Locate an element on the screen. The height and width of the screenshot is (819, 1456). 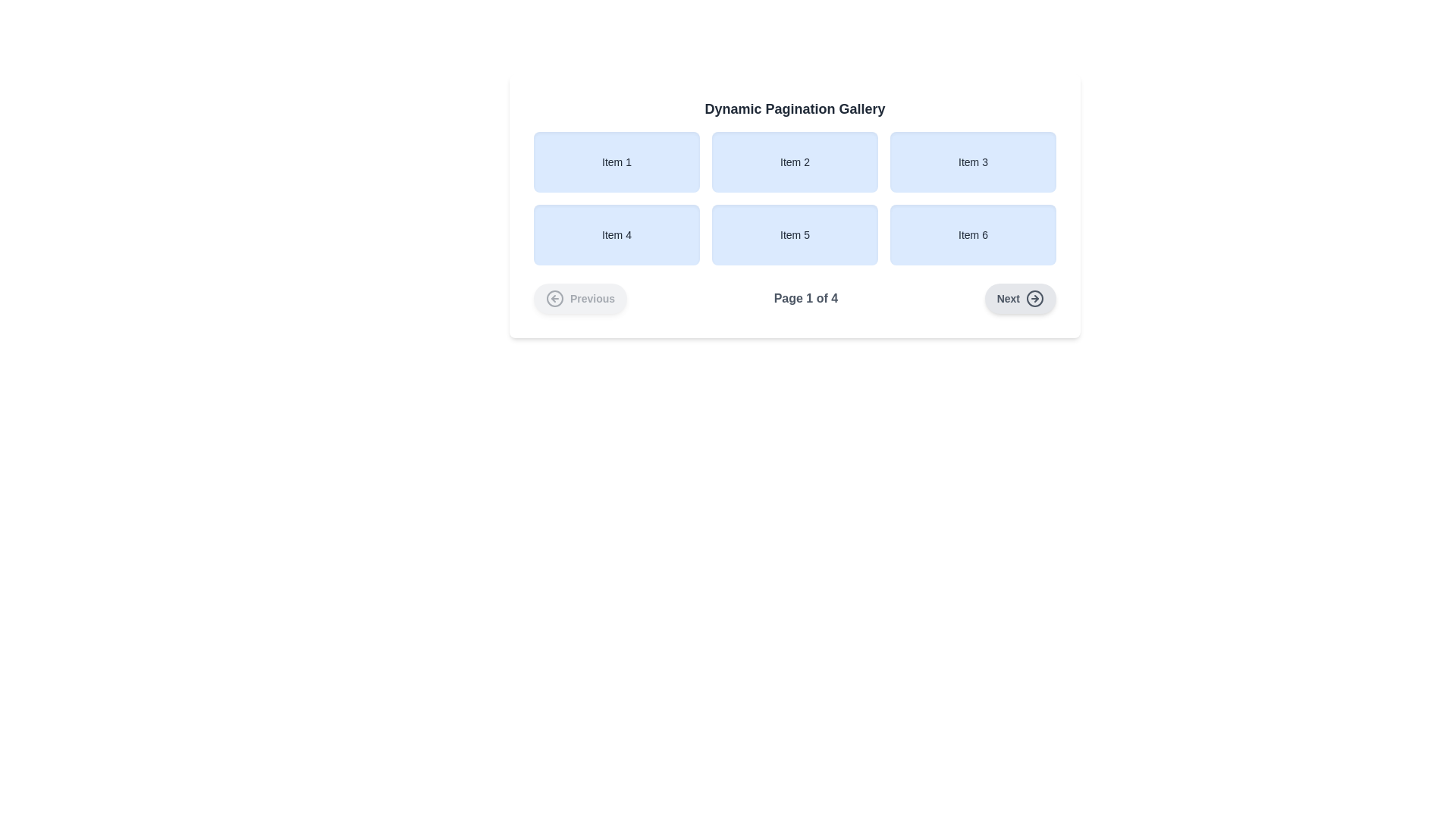
the decorative SVG icon on the right side of the 'Next' button to proceed to the next page or step in the sequence is located at coordinates (1034, 298).